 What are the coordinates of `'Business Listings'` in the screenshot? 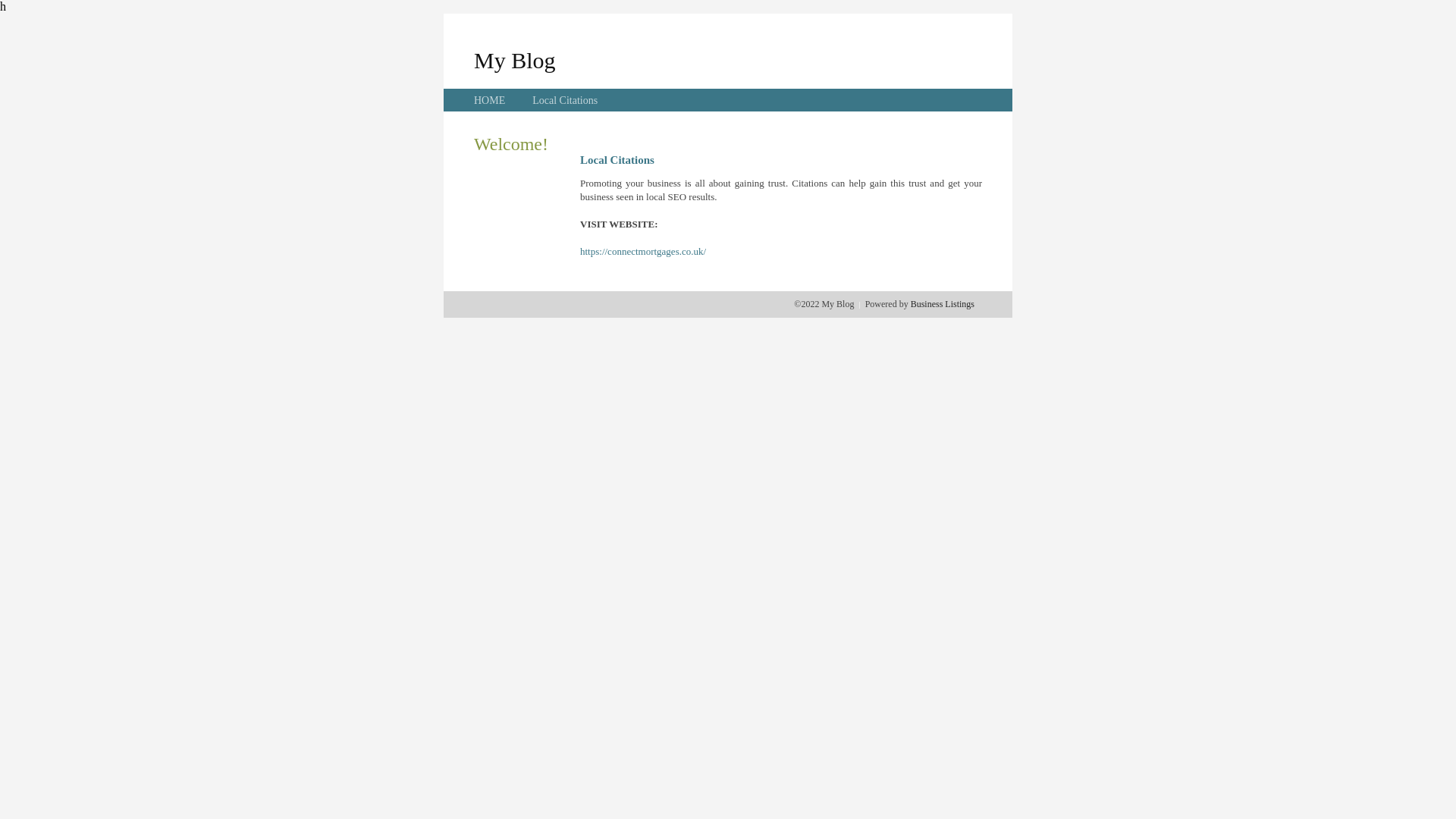 It's located at (942, 304).